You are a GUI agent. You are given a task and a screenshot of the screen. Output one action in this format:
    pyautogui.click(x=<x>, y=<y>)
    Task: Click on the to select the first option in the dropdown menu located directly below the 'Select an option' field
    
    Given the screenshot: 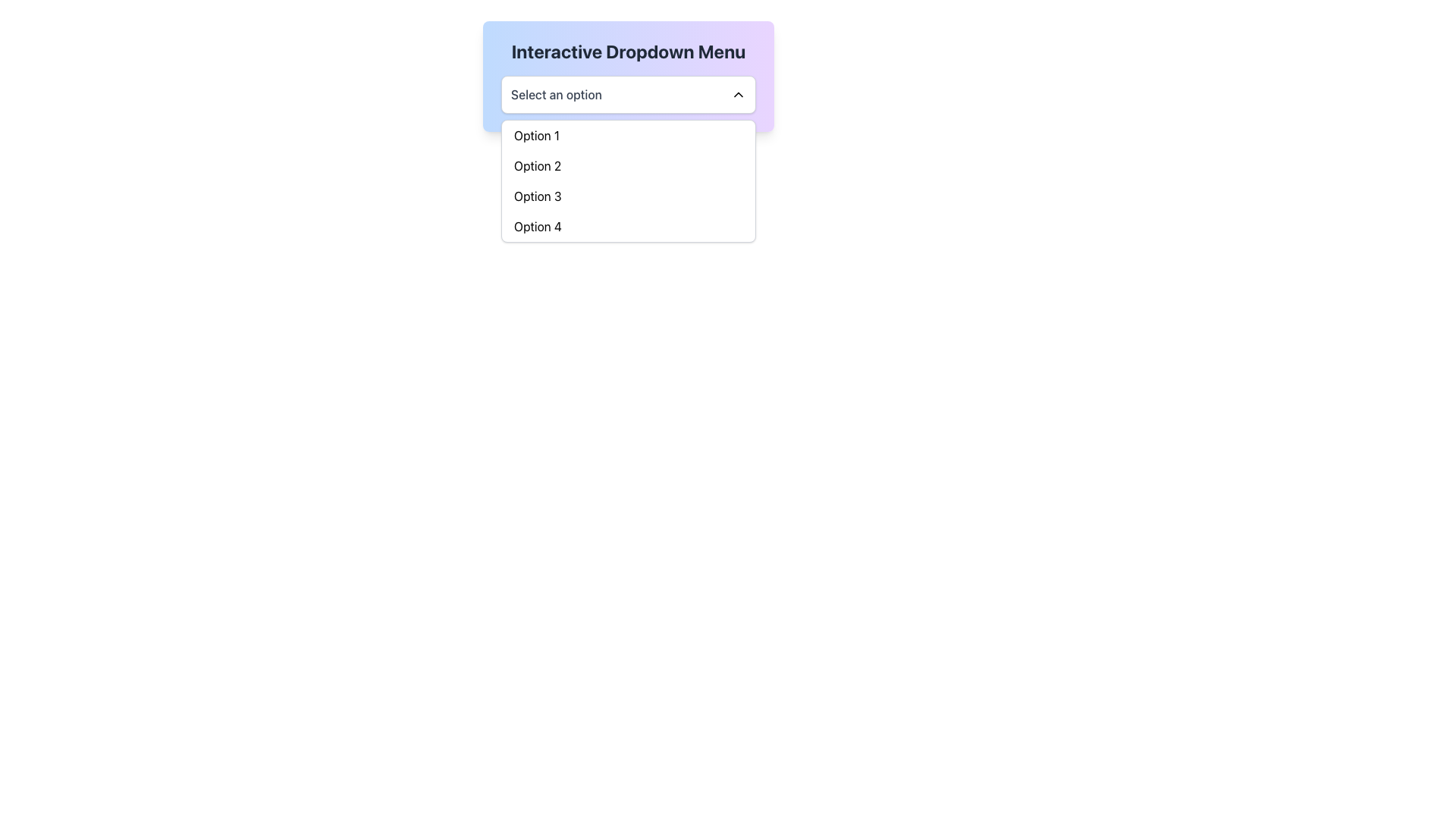 What is the action you would take?
    pyautogui.click(x=629, y=134)
    